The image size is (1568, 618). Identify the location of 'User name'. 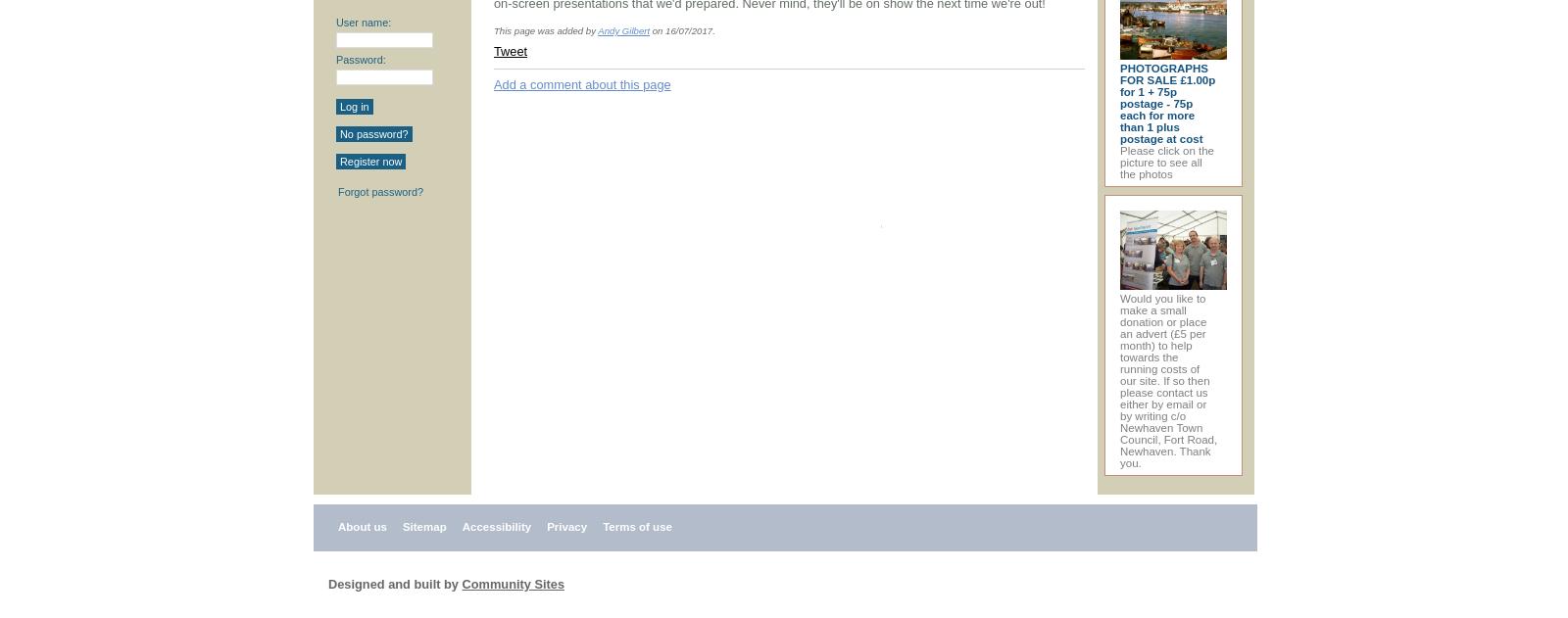
(362, 23).